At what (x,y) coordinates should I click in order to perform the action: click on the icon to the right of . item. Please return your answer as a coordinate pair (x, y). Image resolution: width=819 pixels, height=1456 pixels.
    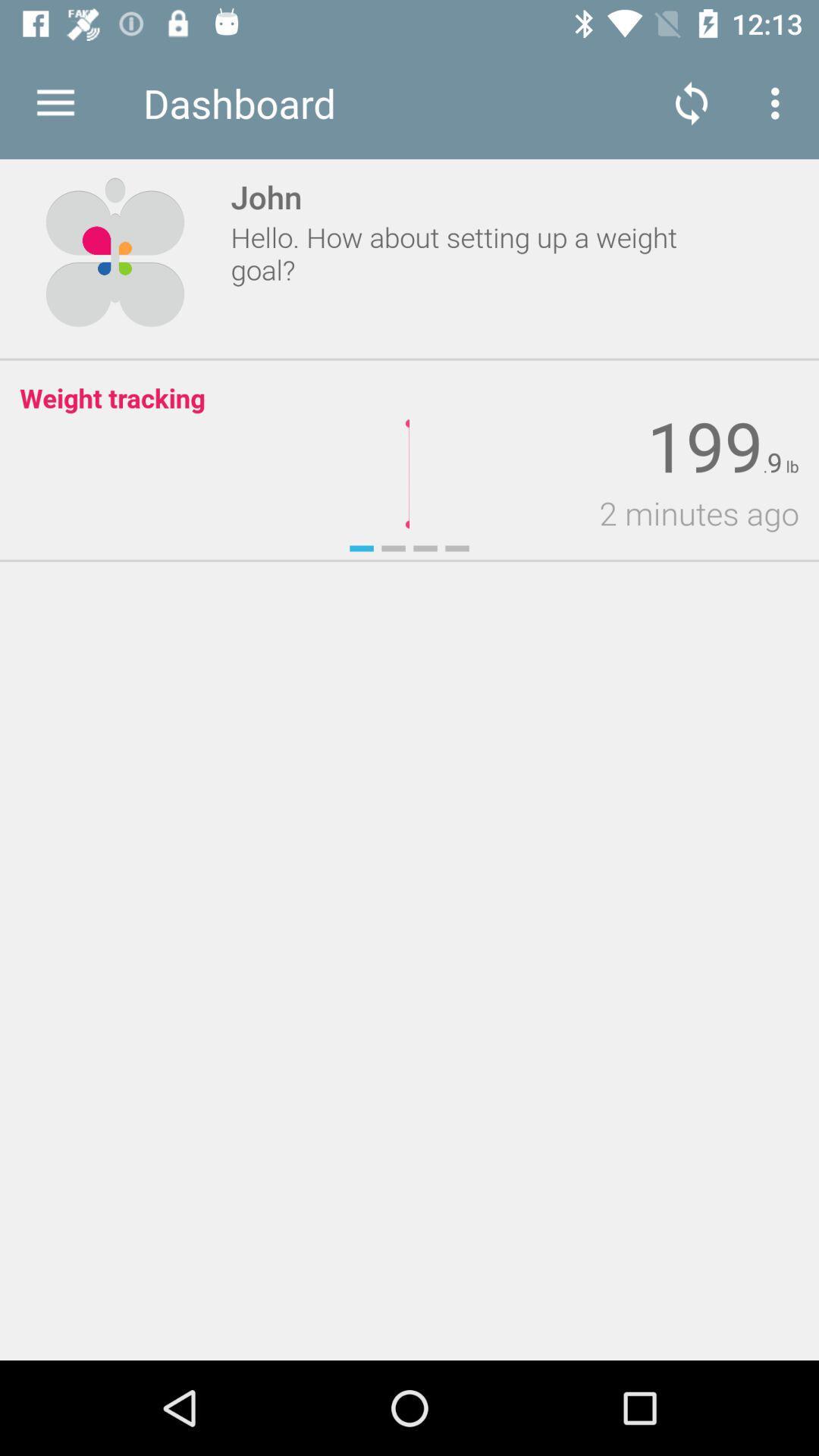
    Looking at the image, I should click on (774, 462).